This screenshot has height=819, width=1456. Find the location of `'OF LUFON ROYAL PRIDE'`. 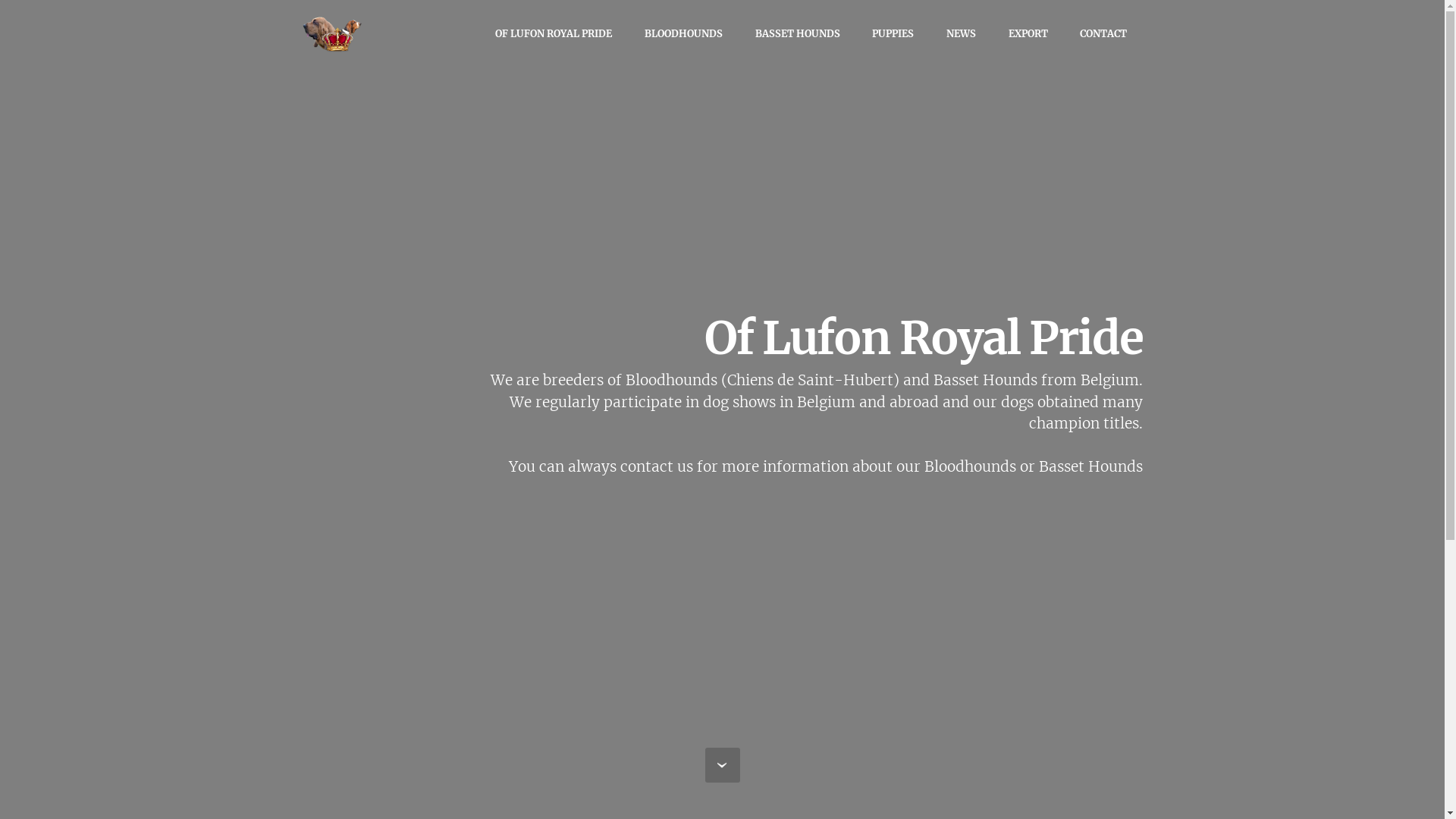

'OF LUFON ROYAL PRIDE' is located at coordinates (552, 33).